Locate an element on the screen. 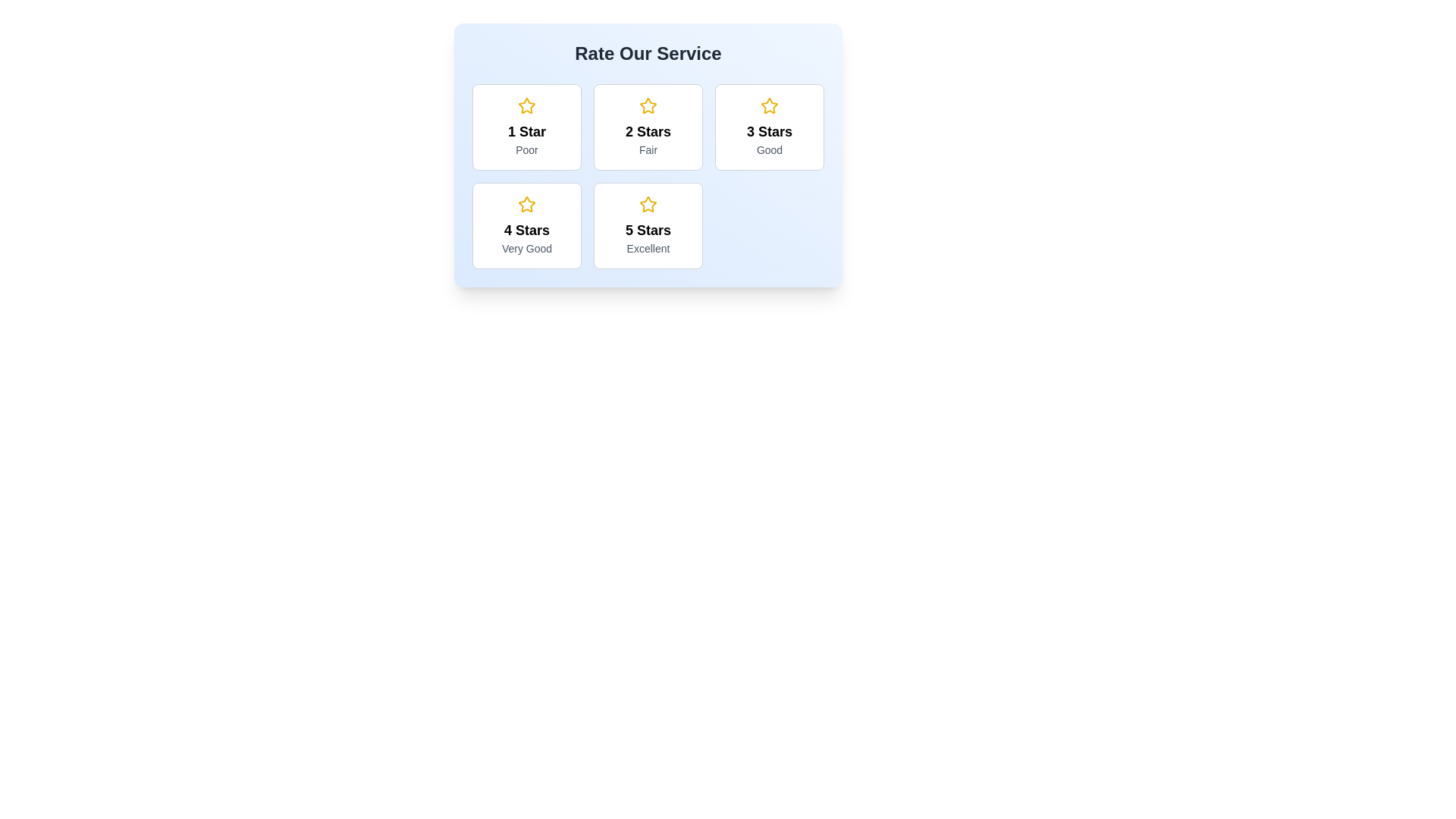  the label displaying '2 Stars' which is located in the second column of a 3x2 star rating grid, beneath the heading 'Rate Our Service' is located at coordinates (648, 130).